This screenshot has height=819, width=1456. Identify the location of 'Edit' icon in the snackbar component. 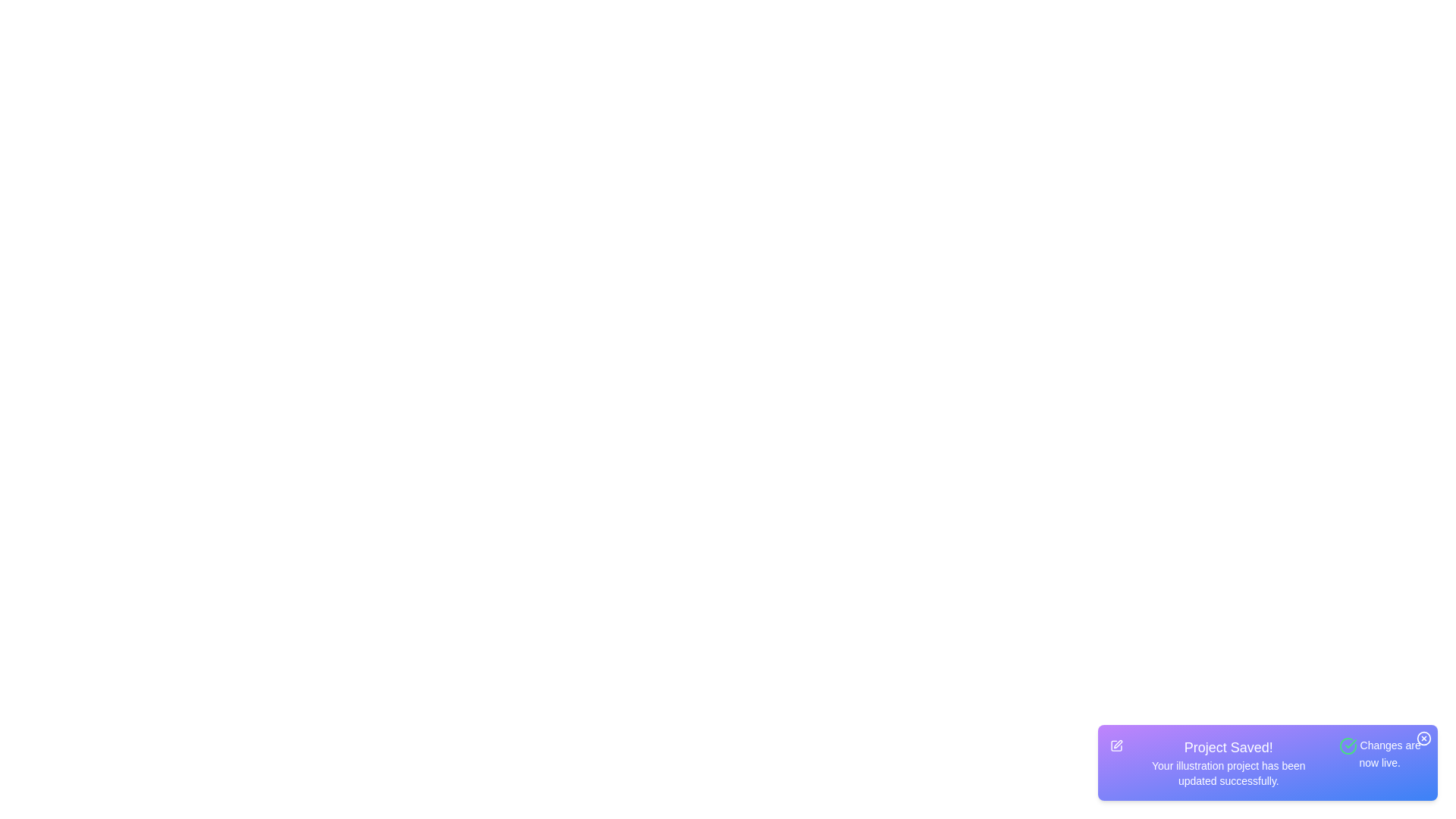
(1116, 745).